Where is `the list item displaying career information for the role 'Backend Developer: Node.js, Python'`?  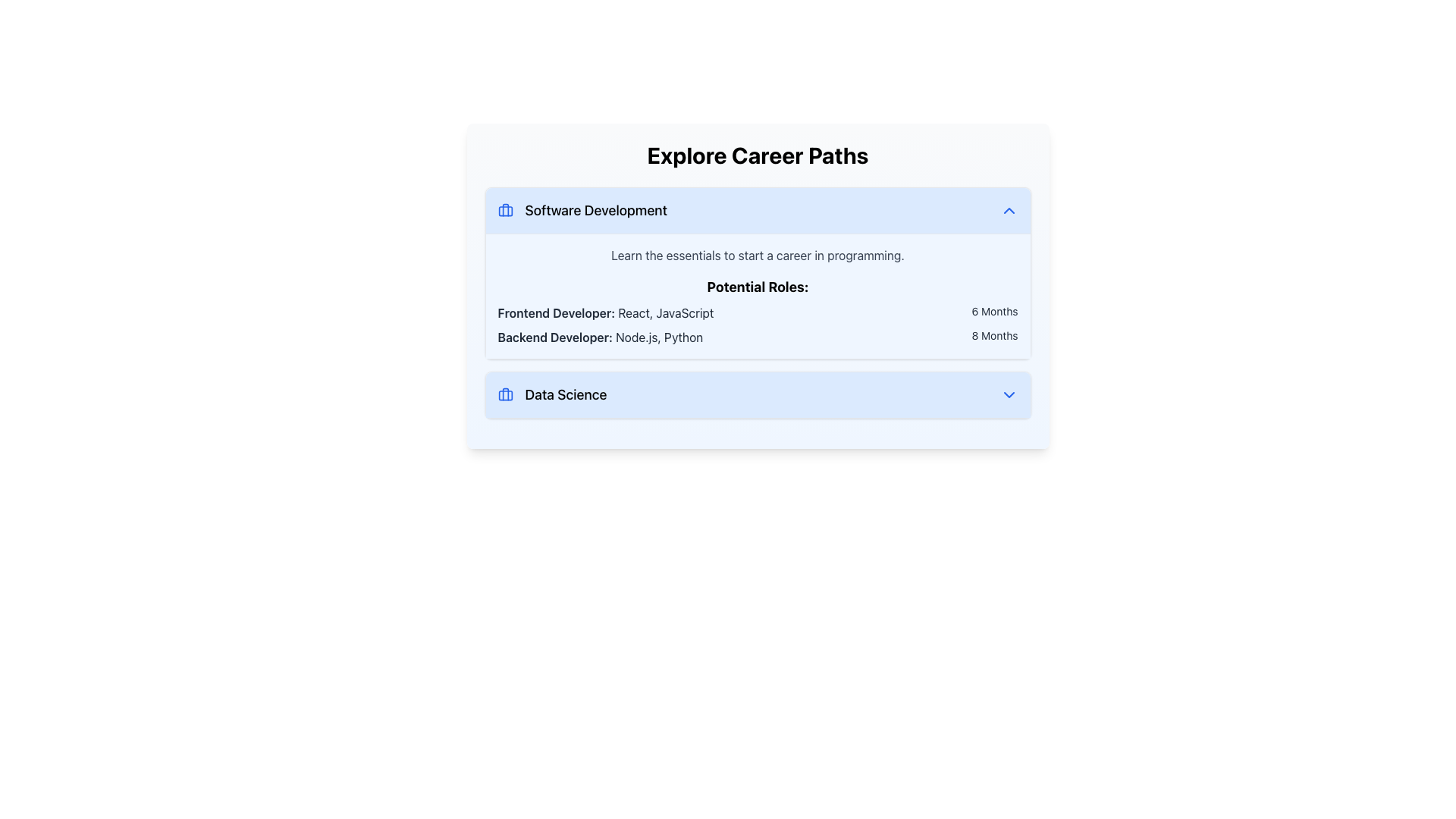
the list item displaying career information for the role 'Backend Developer: Node.js, Python' is located at coordinates (758, 336).